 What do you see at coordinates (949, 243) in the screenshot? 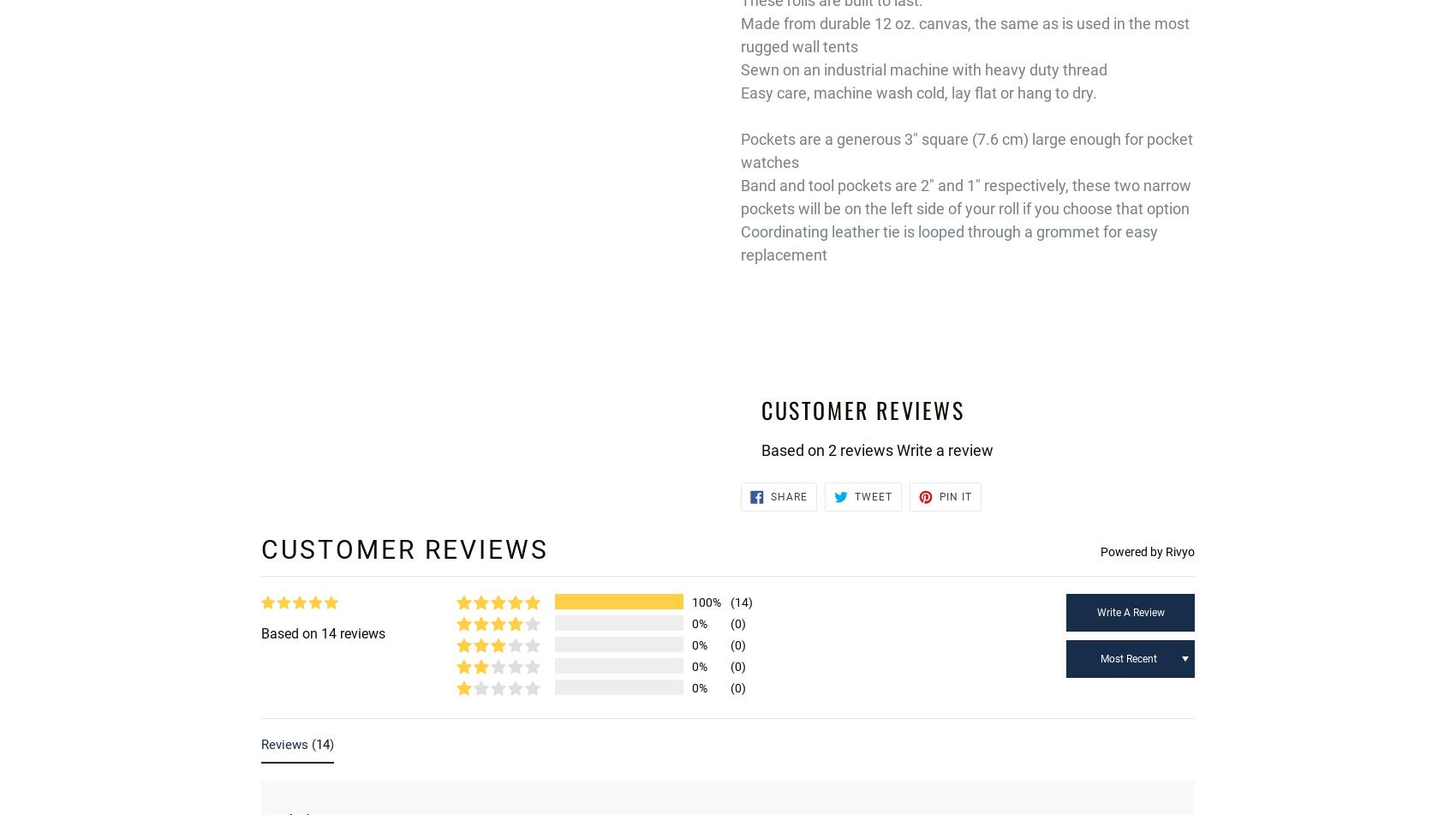
I see `'Coordinating leather tie is looped through a grommet for easy replacement'` at bounding box center [949, 243].